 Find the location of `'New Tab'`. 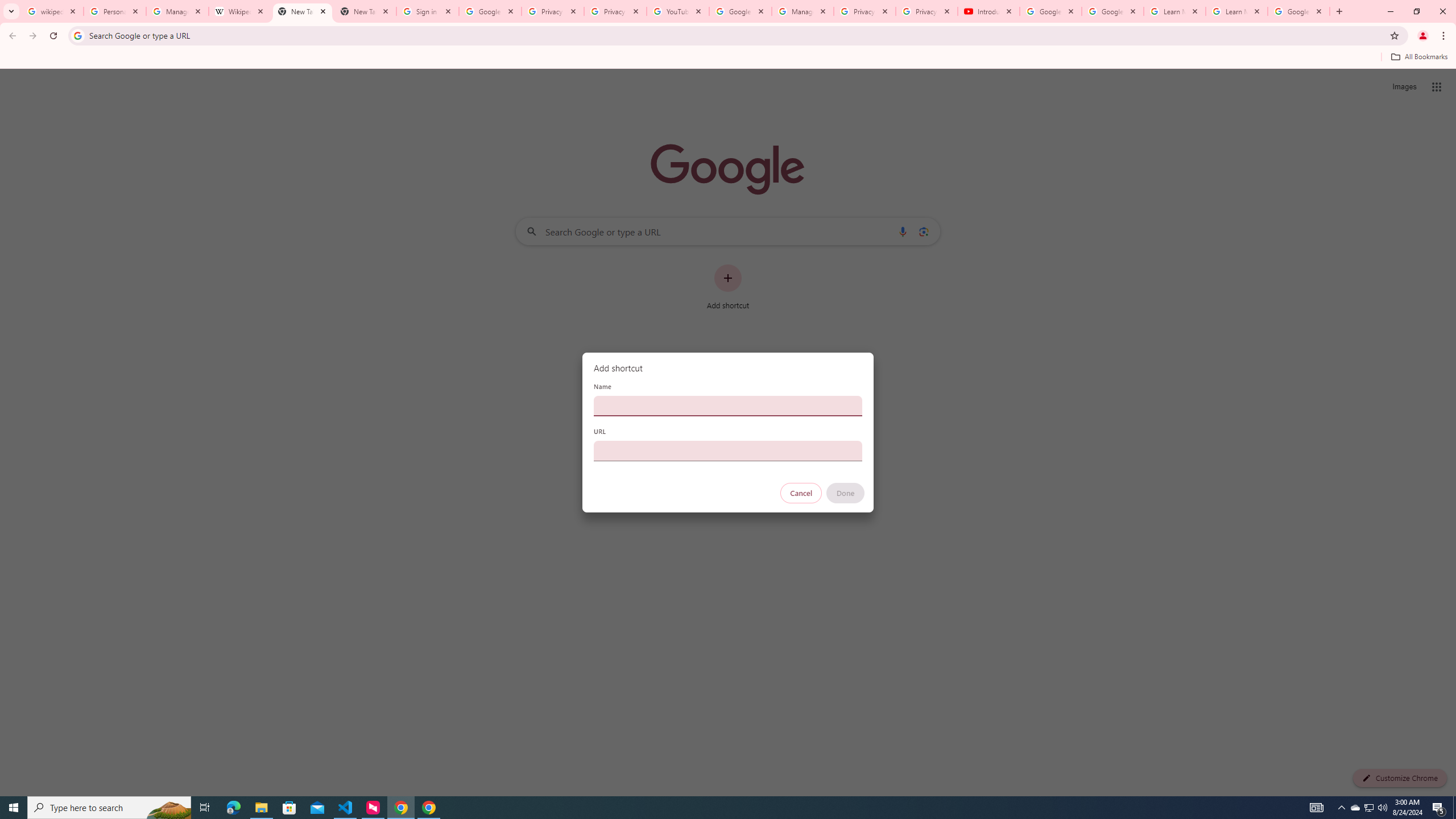

'New Tab' is located at coordinates (365, 11).